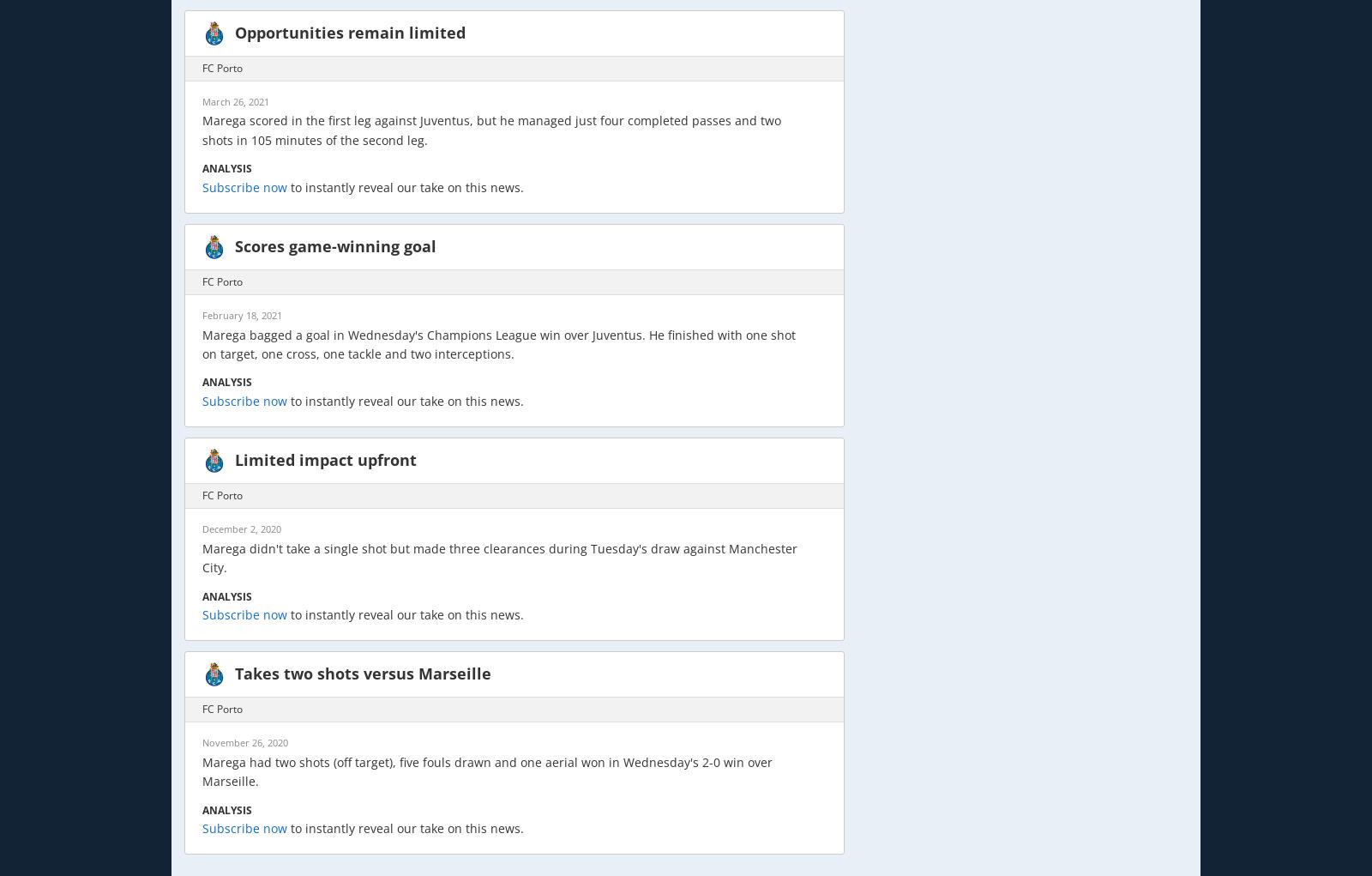 This screenshot has height=876, width=1372. Describe the element at coordinates (202, 342) in the screenshot. I see `'Marega bagged a goal in Wednesday's Champions League win over Juventus. He finished with one shot on target, one cross, one tackle and two interceptions.'` at that location.